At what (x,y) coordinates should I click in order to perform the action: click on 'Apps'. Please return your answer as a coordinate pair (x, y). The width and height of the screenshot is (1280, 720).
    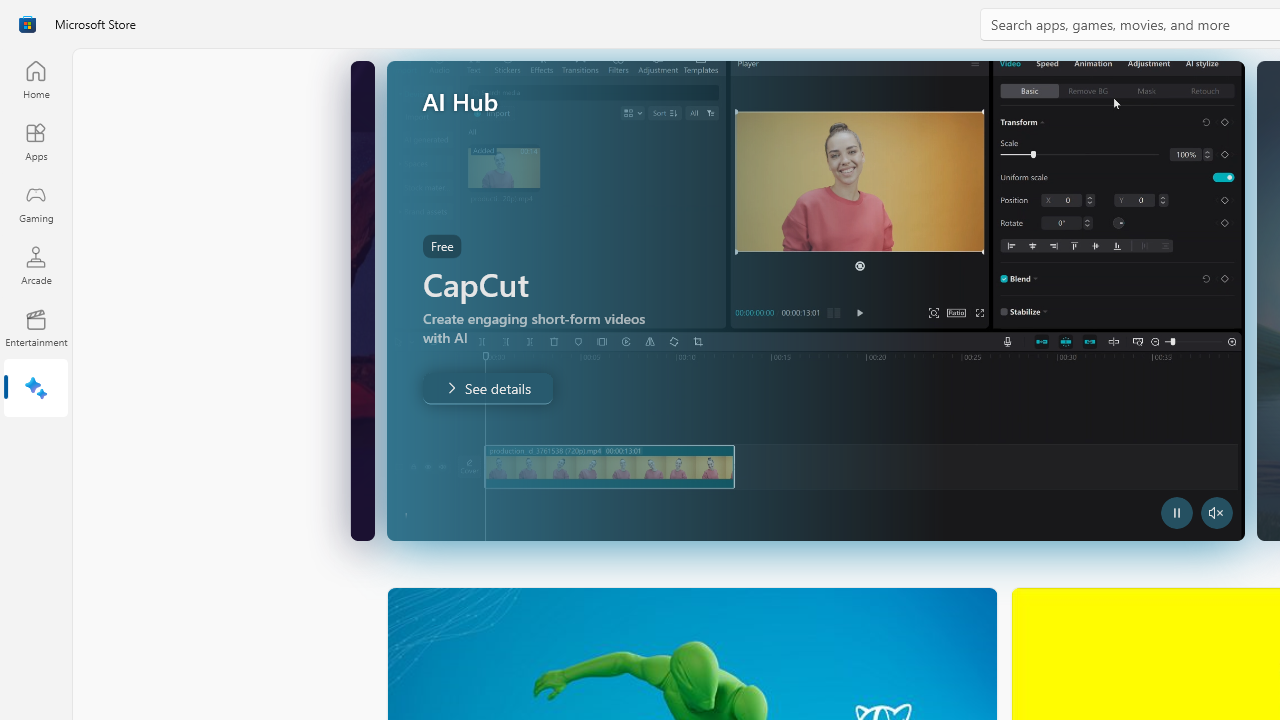
    Looking at the image, I should click on (35, 140).